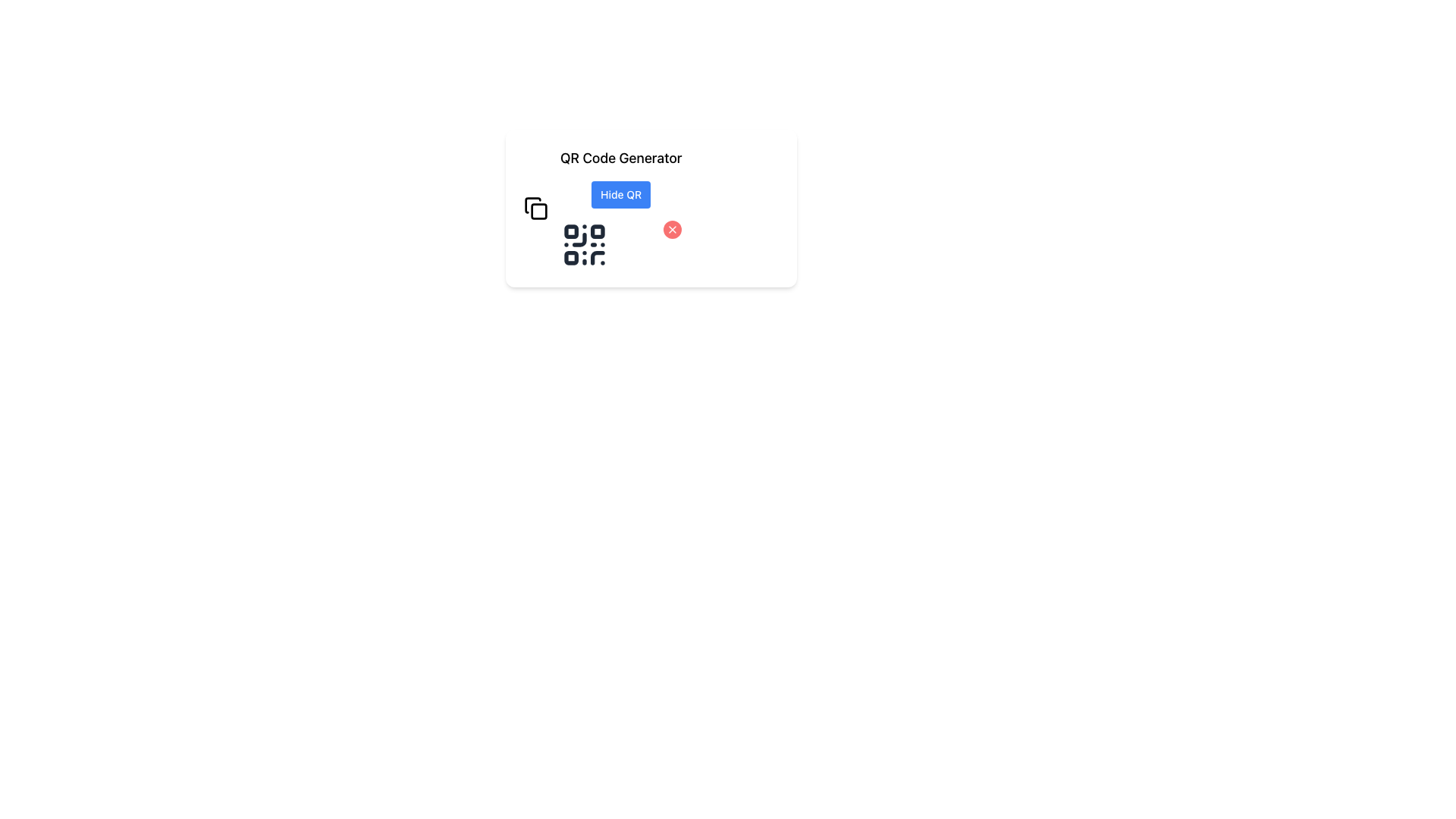 The image size is (1456, 819). What do you see at coordinates (621, 194) in the screenshot?
I see `the button located slightly below the 'QR Code Generator' text` at bounding box center [621, 194].